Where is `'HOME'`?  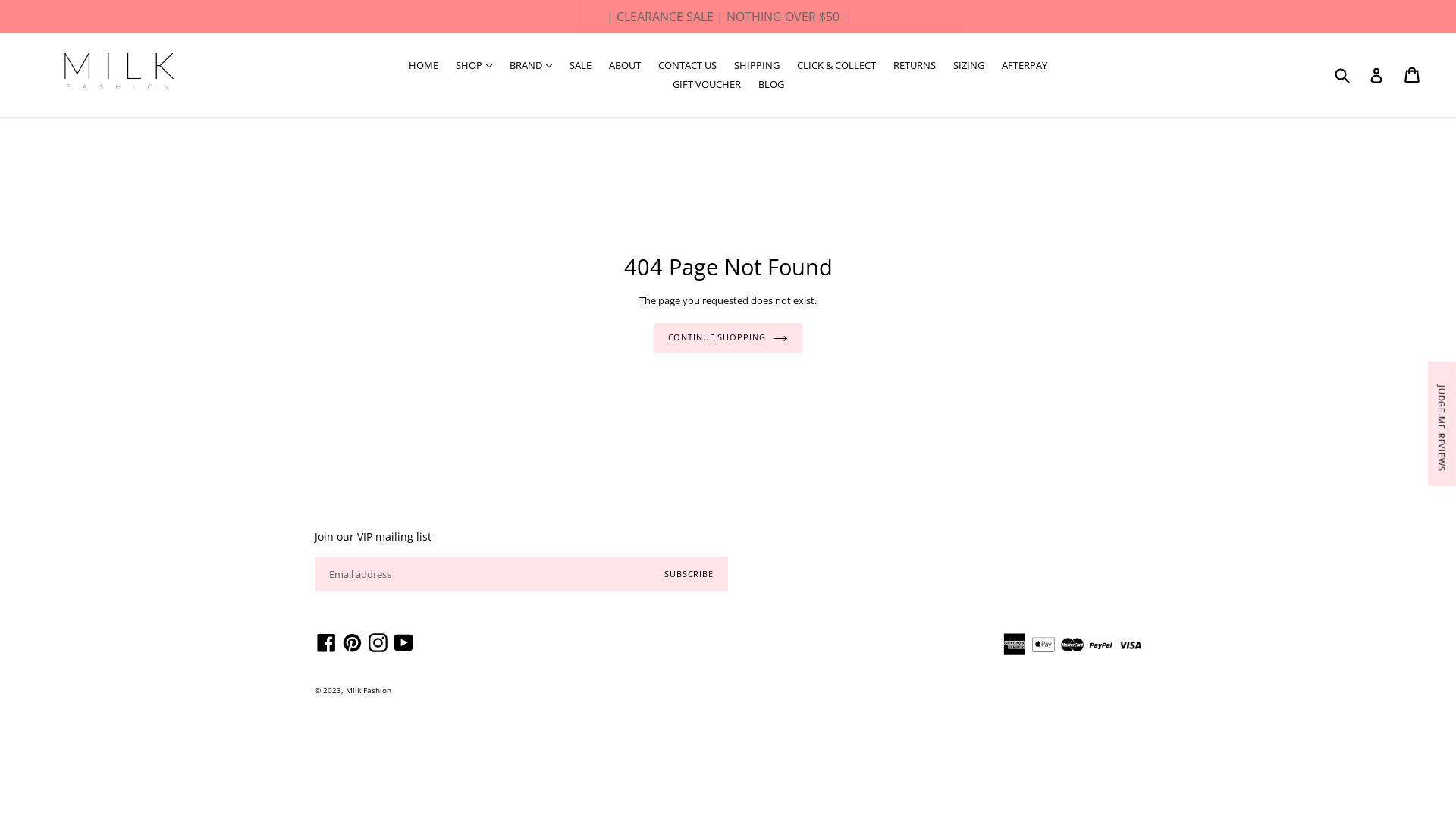
'HOME' is located at coordinates (423, 65).